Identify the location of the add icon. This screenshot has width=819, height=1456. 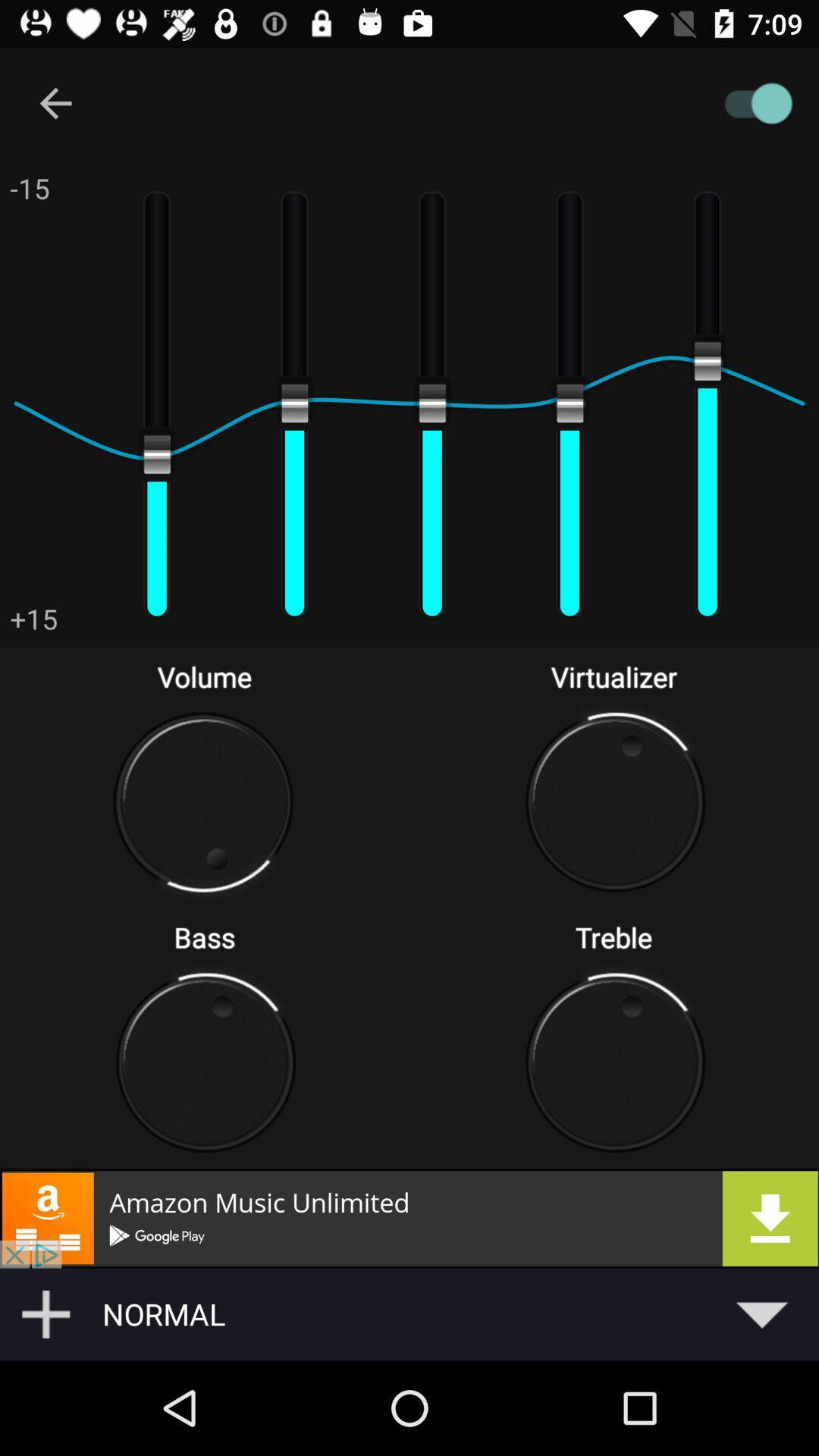
(45, 1313).